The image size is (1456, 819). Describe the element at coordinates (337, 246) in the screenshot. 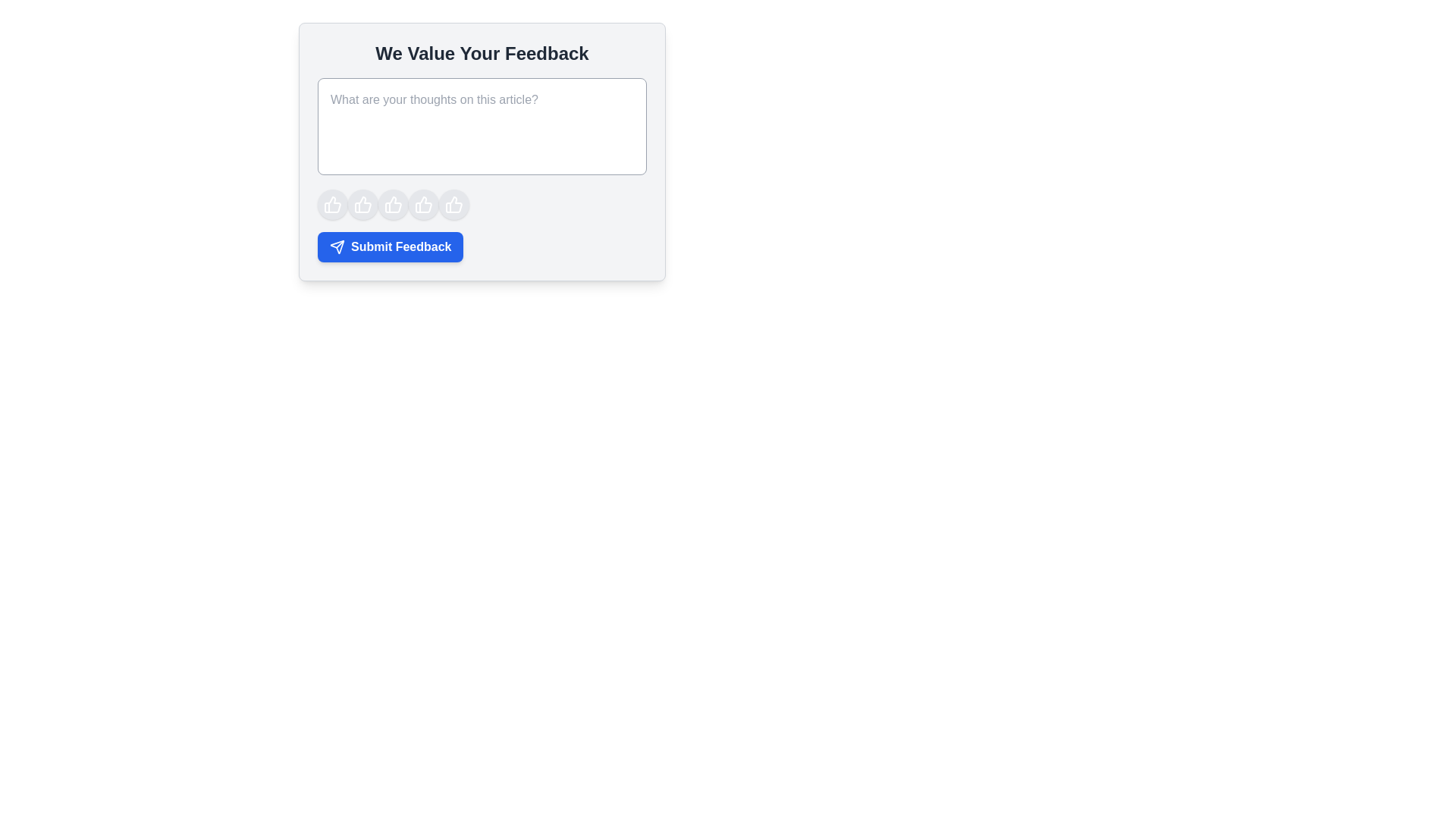

I see `the paper plane icon, which is a vector graphic styled with rounded corners and strokes, located on the left side of the 'Submit Feedback' button` at that location.